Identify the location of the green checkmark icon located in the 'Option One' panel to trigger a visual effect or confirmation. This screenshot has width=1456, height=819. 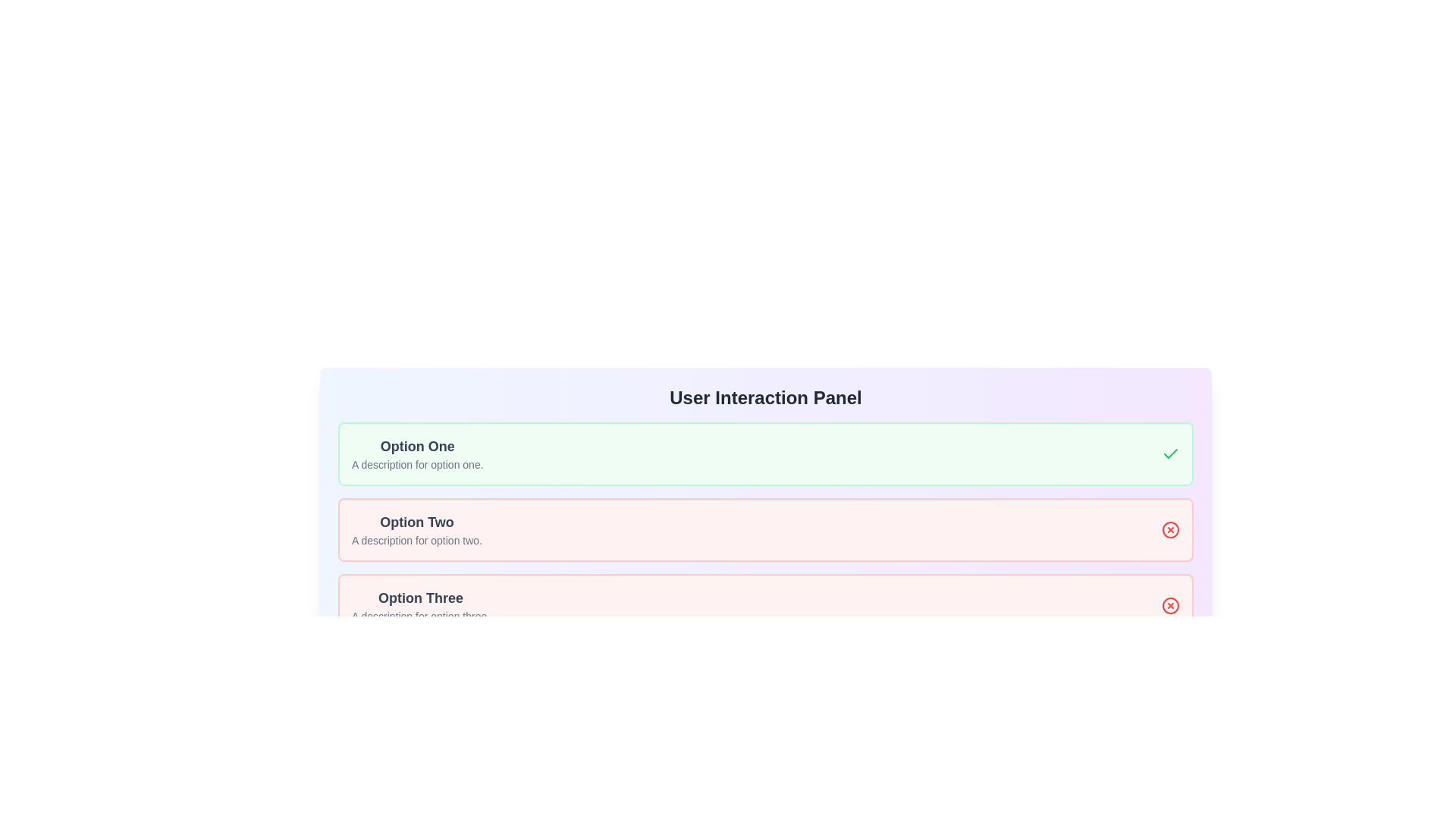
(1170, 452).